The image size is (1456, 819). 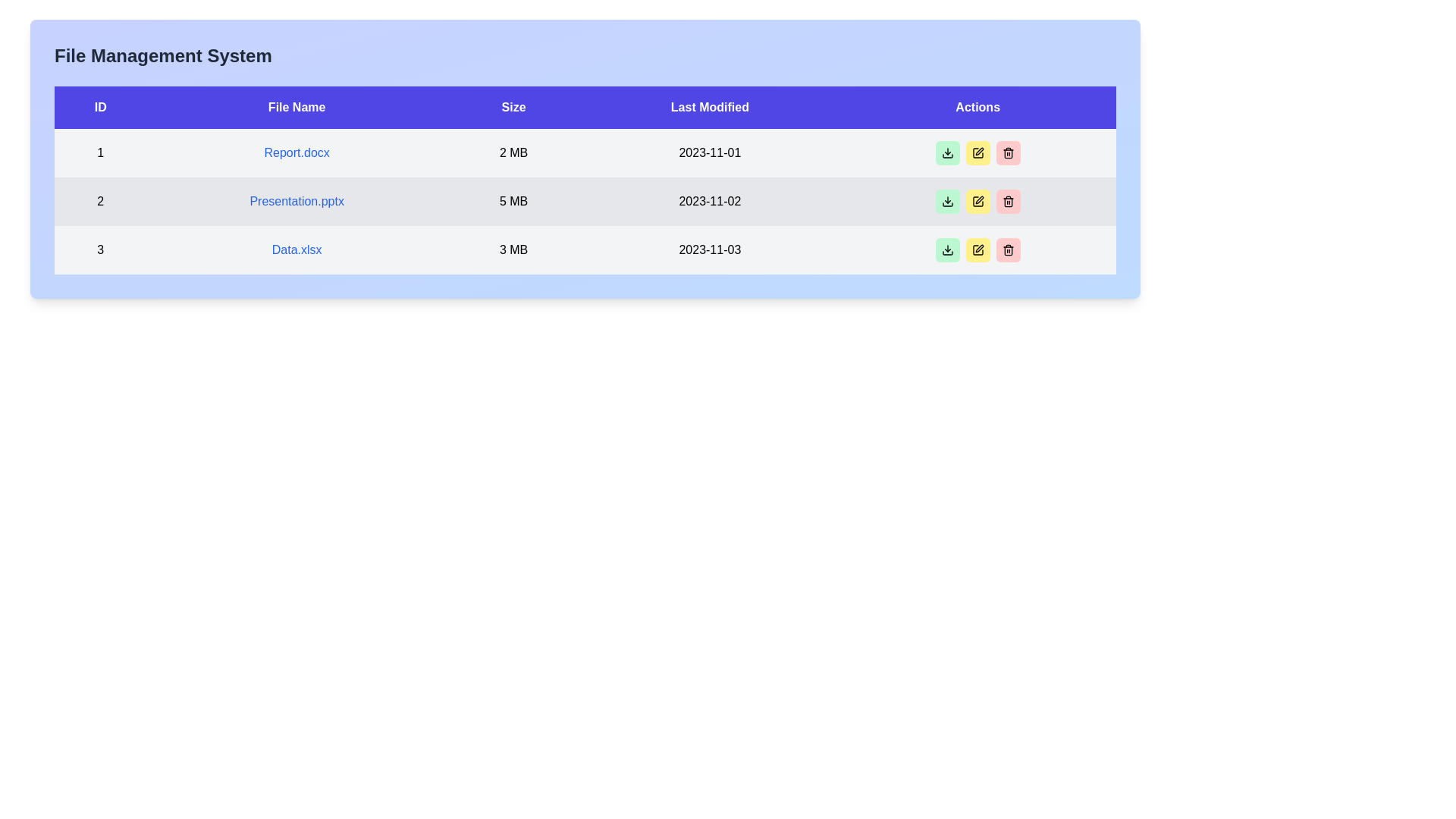 I want to click on the text label displaying the size attribute of the file entry located in the third cell of the second row under the 'Size' column, next to 'Presentation.pptx', so click(x=513, y=201).